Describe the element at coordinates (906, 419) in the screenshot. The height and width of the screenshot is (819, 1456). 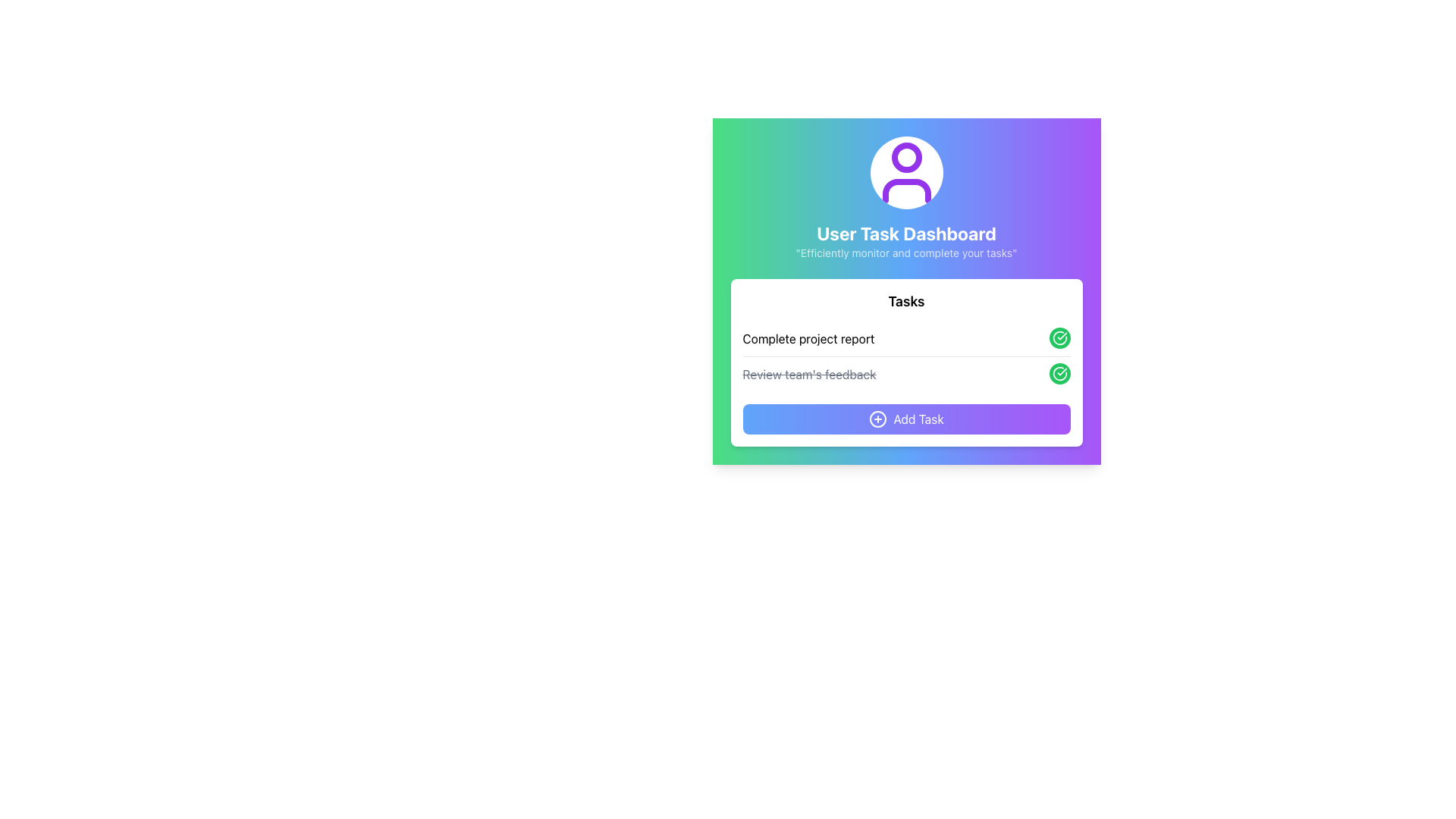
I see `the button located at the bottom of the 'Tasks' card` at that location.